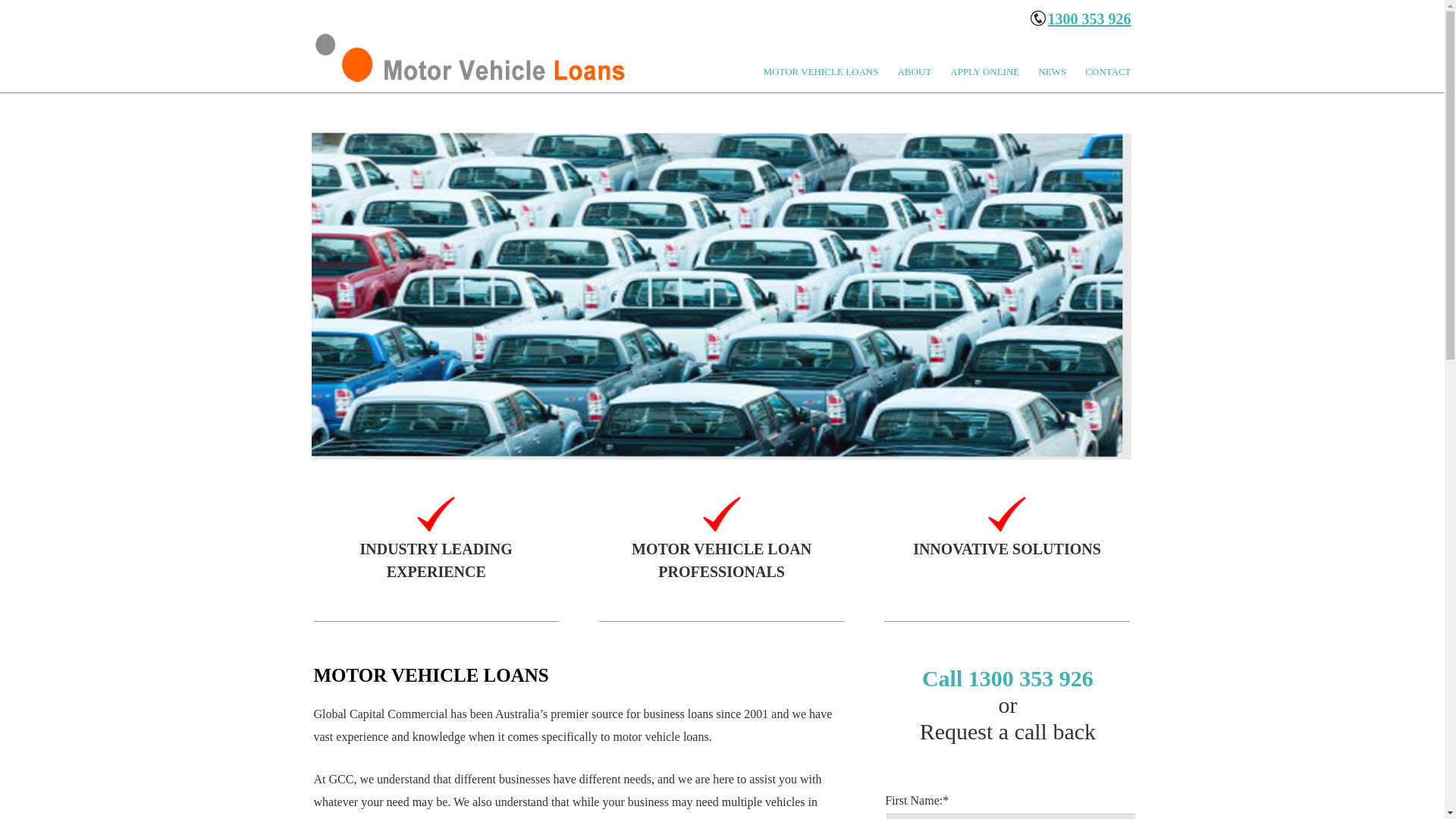 The image size is (1456, 819). Describe the element at coordinates (756, 72) in the screenshot. I see `'Skip to secondary content'` at that location.